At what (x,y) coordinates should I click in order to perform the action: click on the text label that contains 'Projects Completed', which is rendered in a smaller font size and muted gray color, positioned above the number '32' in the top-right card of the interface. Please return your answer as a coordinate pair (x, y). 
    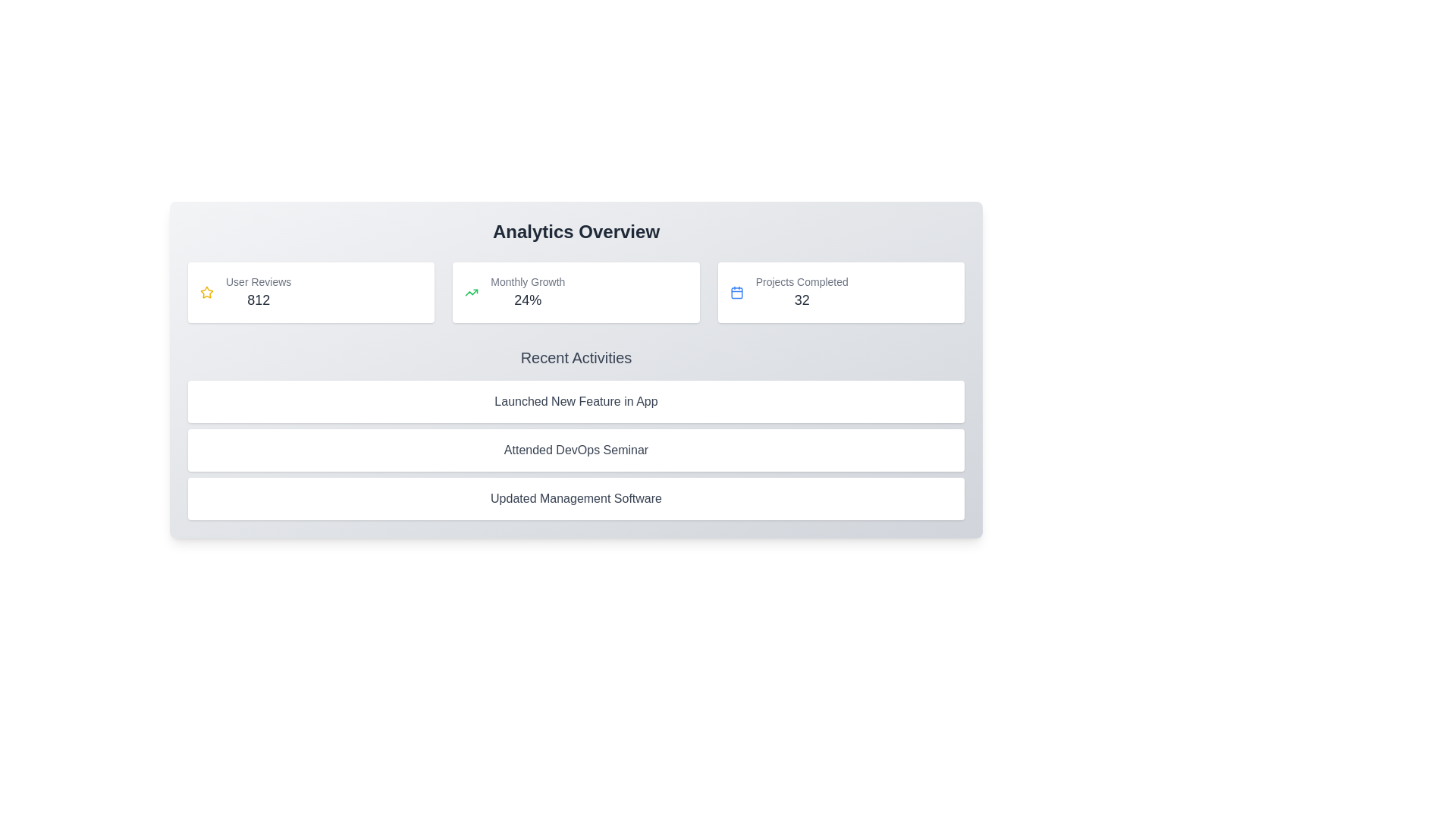
    Looking at the image, I should click on (801, 281).